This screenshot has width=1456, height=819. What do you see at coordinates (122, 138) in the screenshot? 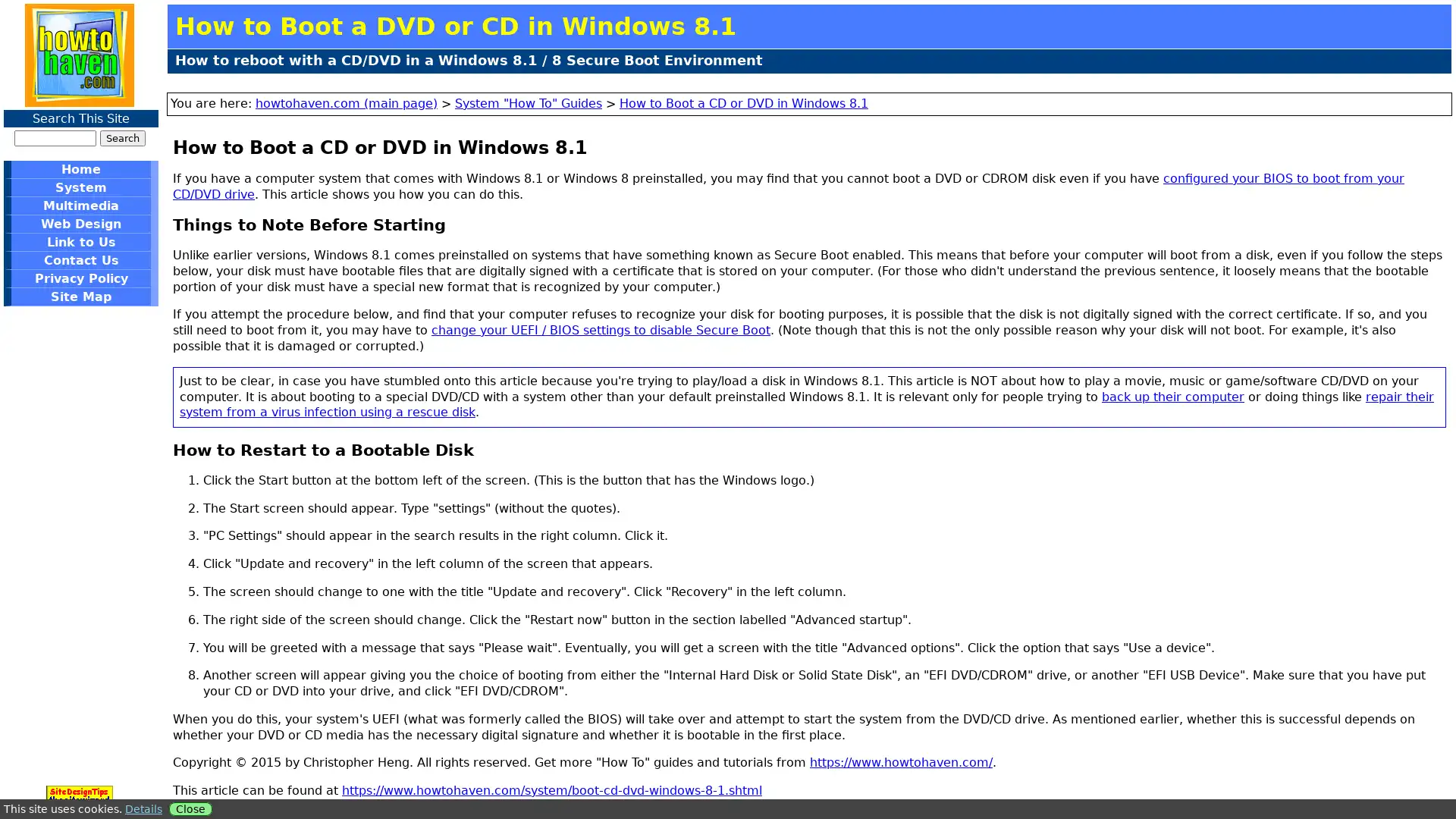
I see `Search` at bounding box center [122, 138].